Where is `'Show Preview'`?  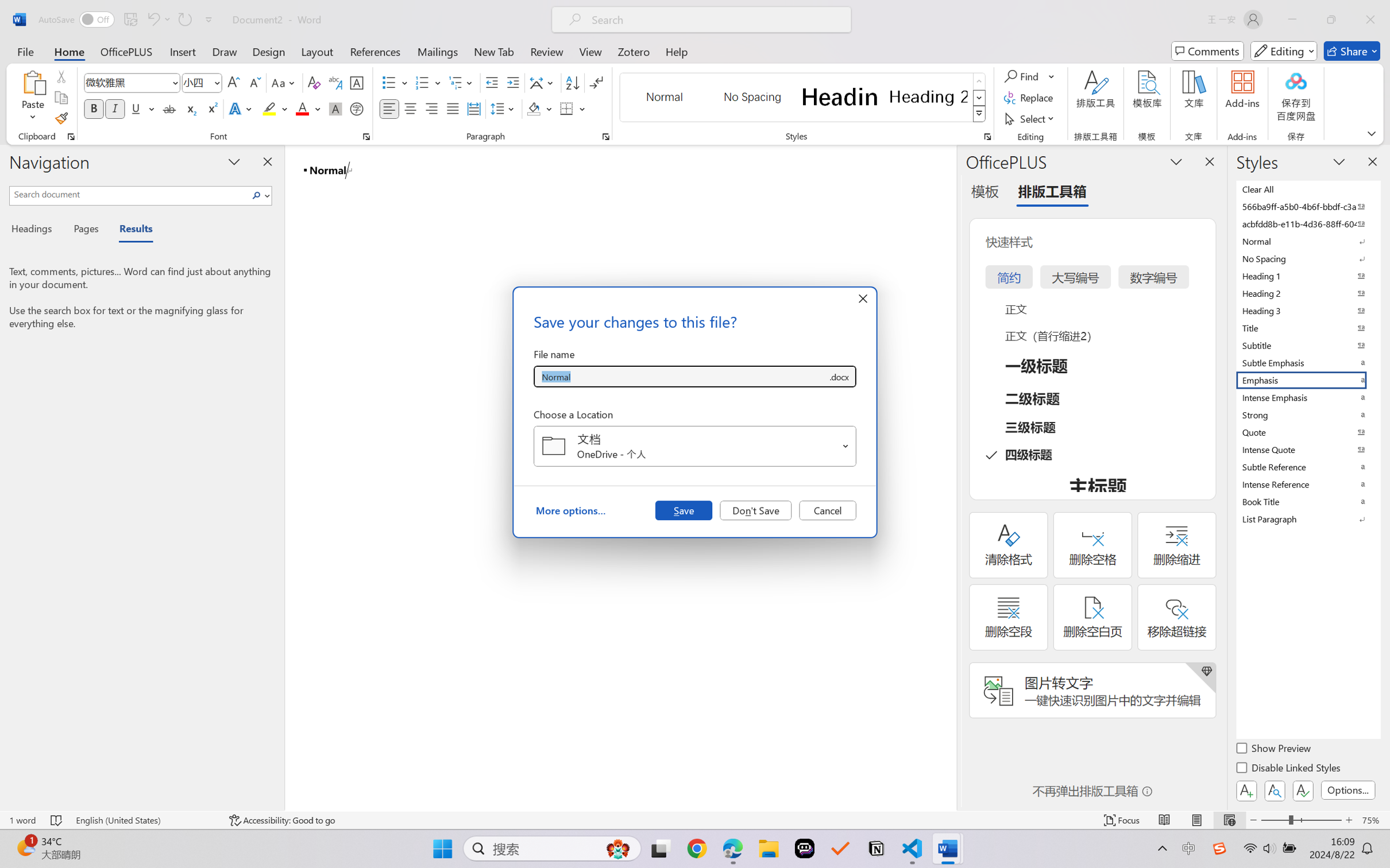 'Show Preview' is located at coordinates (1274, 749).